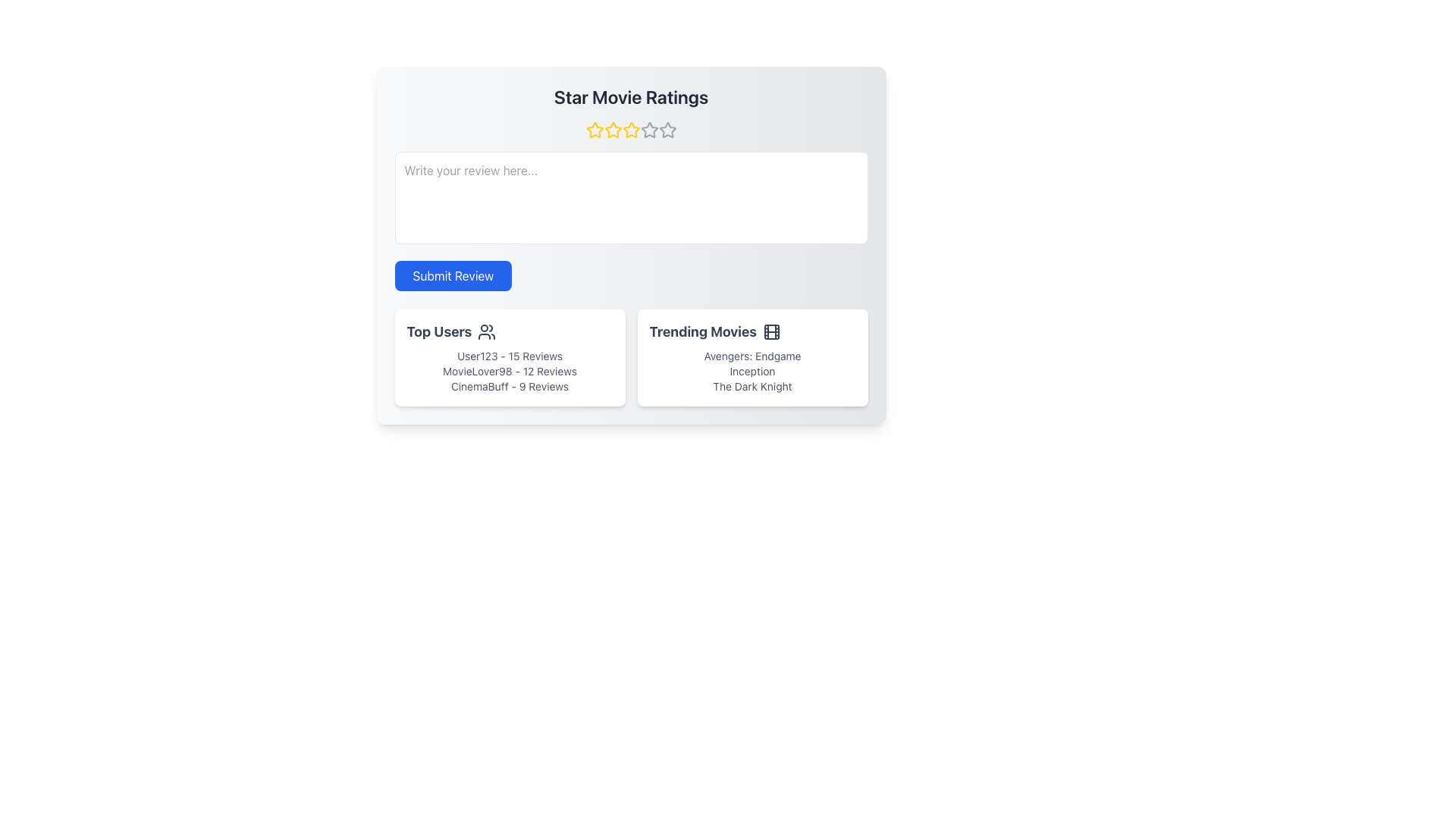 Image resolution: width=1456 pixels, height=819 pixels. What do you see at coordinates (752, 357) in the screenshot?
I see `Card component located in the bottom right corner of the grid layout to view the list of currently trending movies` at bounding box center [752, 357].